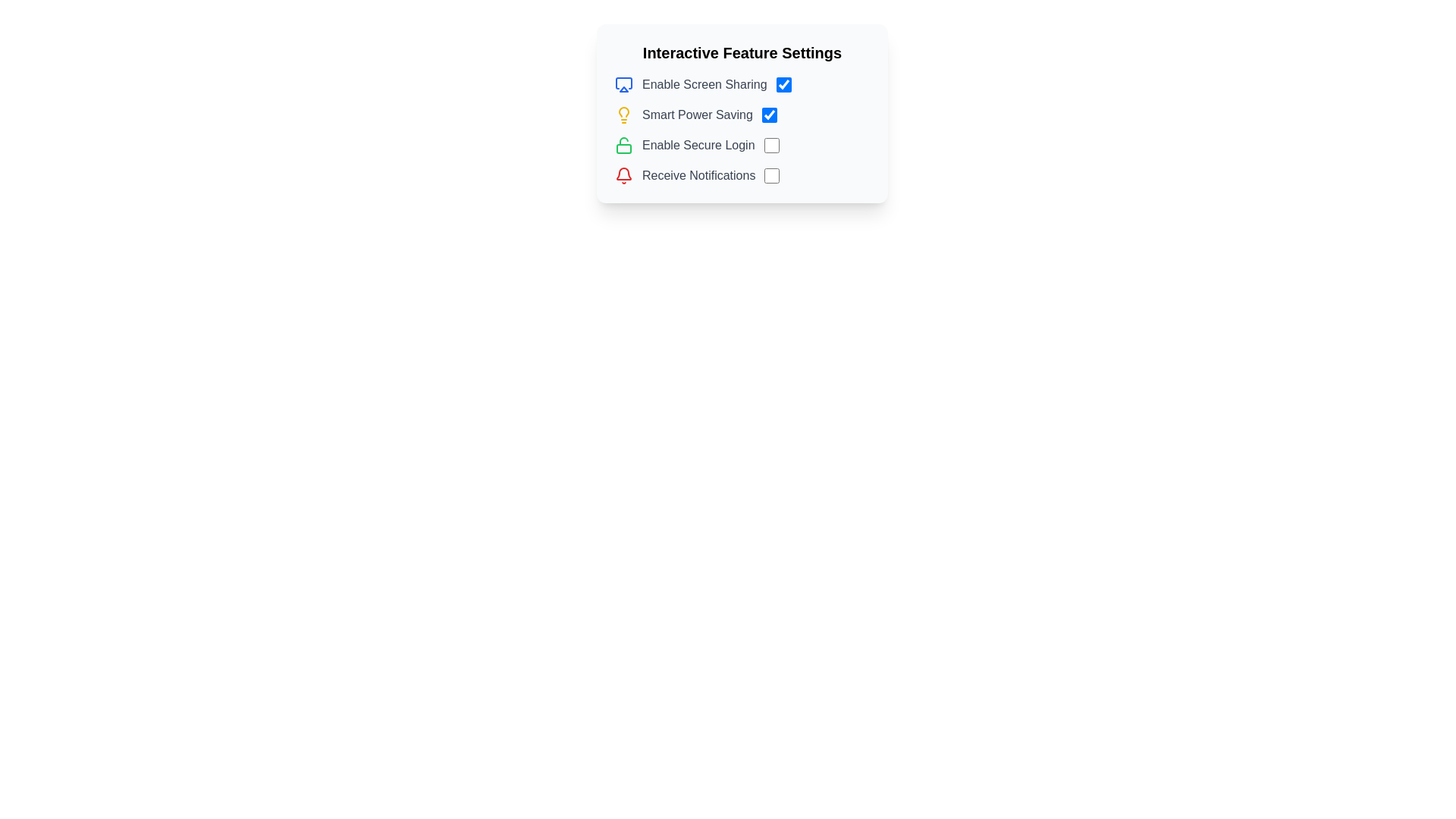 Image resolution: width=1456 pixels, height=819 pixels. Describe the element at coordinates (771, 146) in the screenshot. I see `the checkbox that toggles the 'Enable Secure Login' feature` at that location.